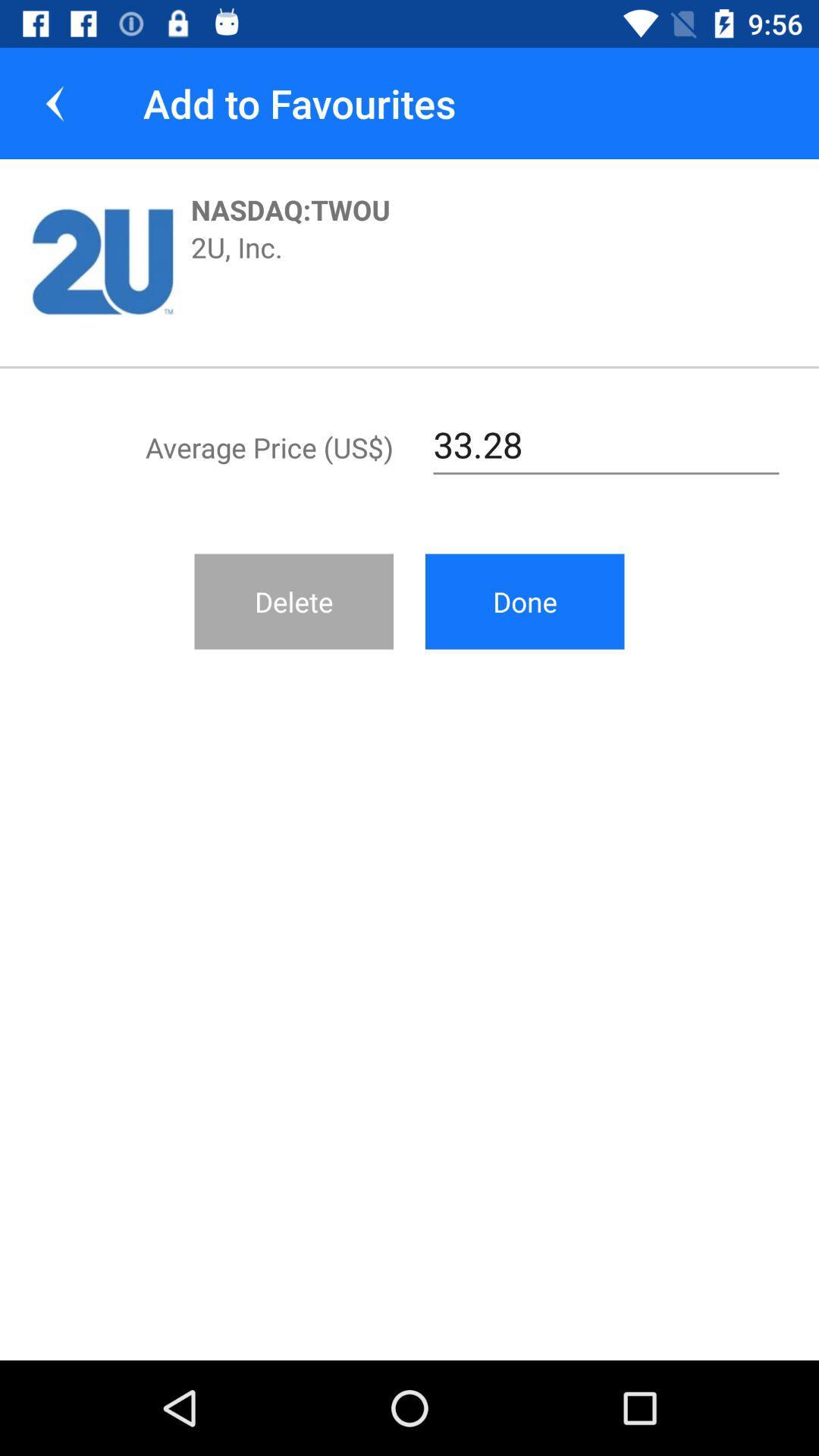 The width and height of the screenshot is (819, 1456). What do you see at coordinates (293, 601) in the screenshot?
I see `delete` at bounding box center [293, 601].